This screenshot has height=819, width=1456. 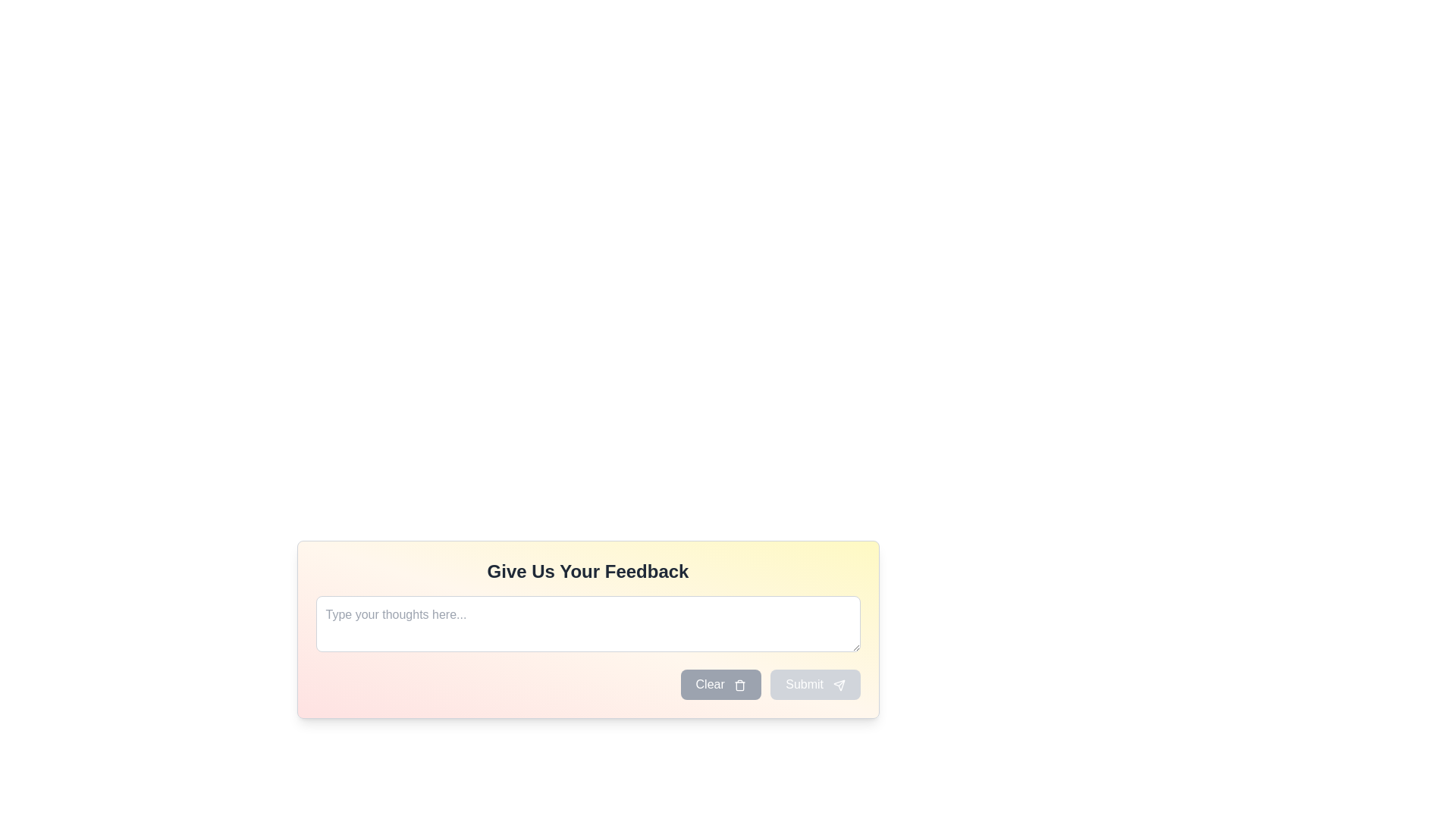 What do you see at coordinates (739, 684) in the screenshot?
I see `the trash can icon located on the 'Clear' button at the bottom left of the feedback form interface` at bounding box center [739, 684].